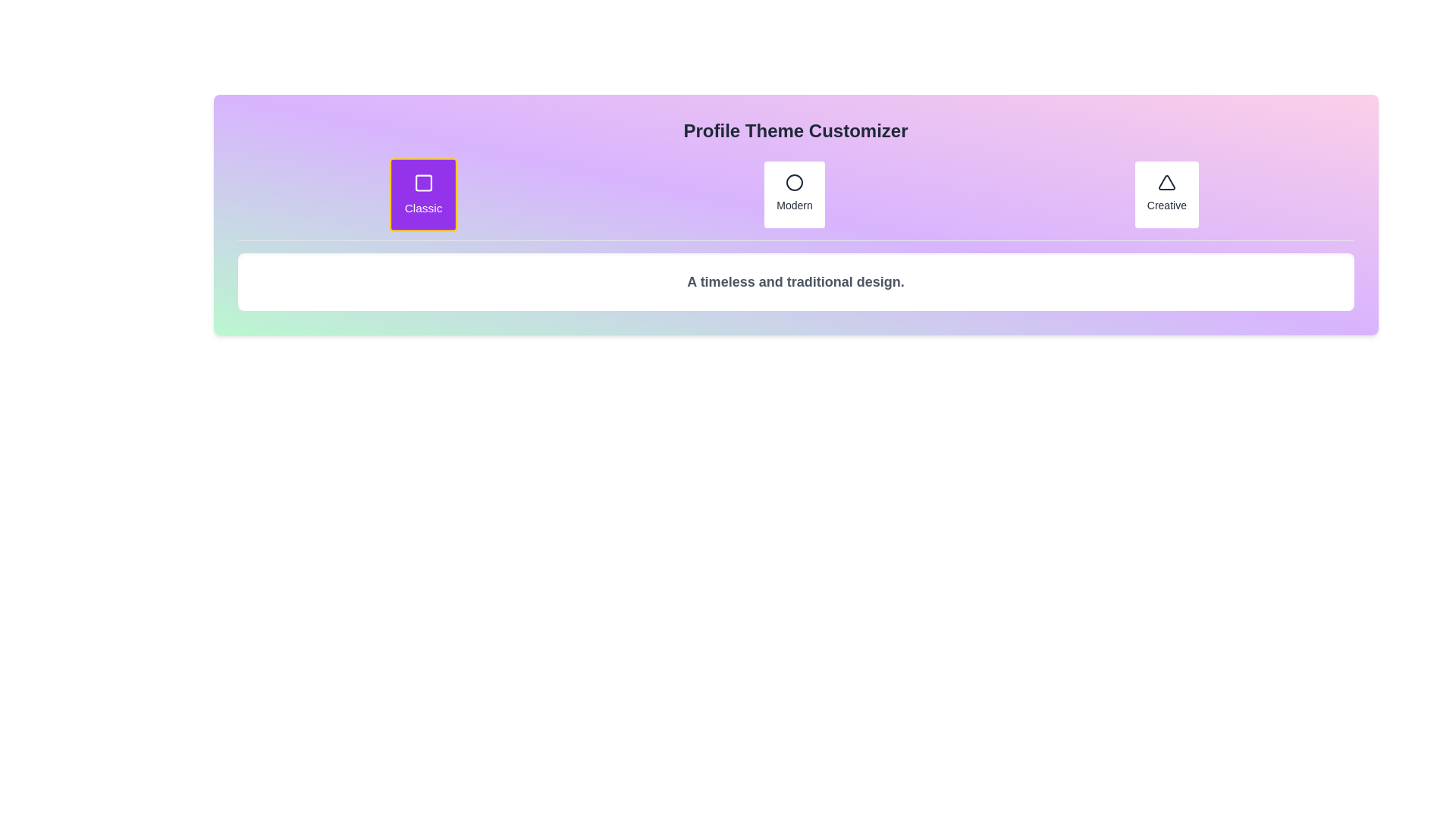 The image size is (1456, 819). What do you see at coordinates (423, 182) in the screenshot?
I see `the central SVG Icon representing the 'Classic' theme within the first card of the 'Profile Theme Customizer'` at bounding box center [423, 182].